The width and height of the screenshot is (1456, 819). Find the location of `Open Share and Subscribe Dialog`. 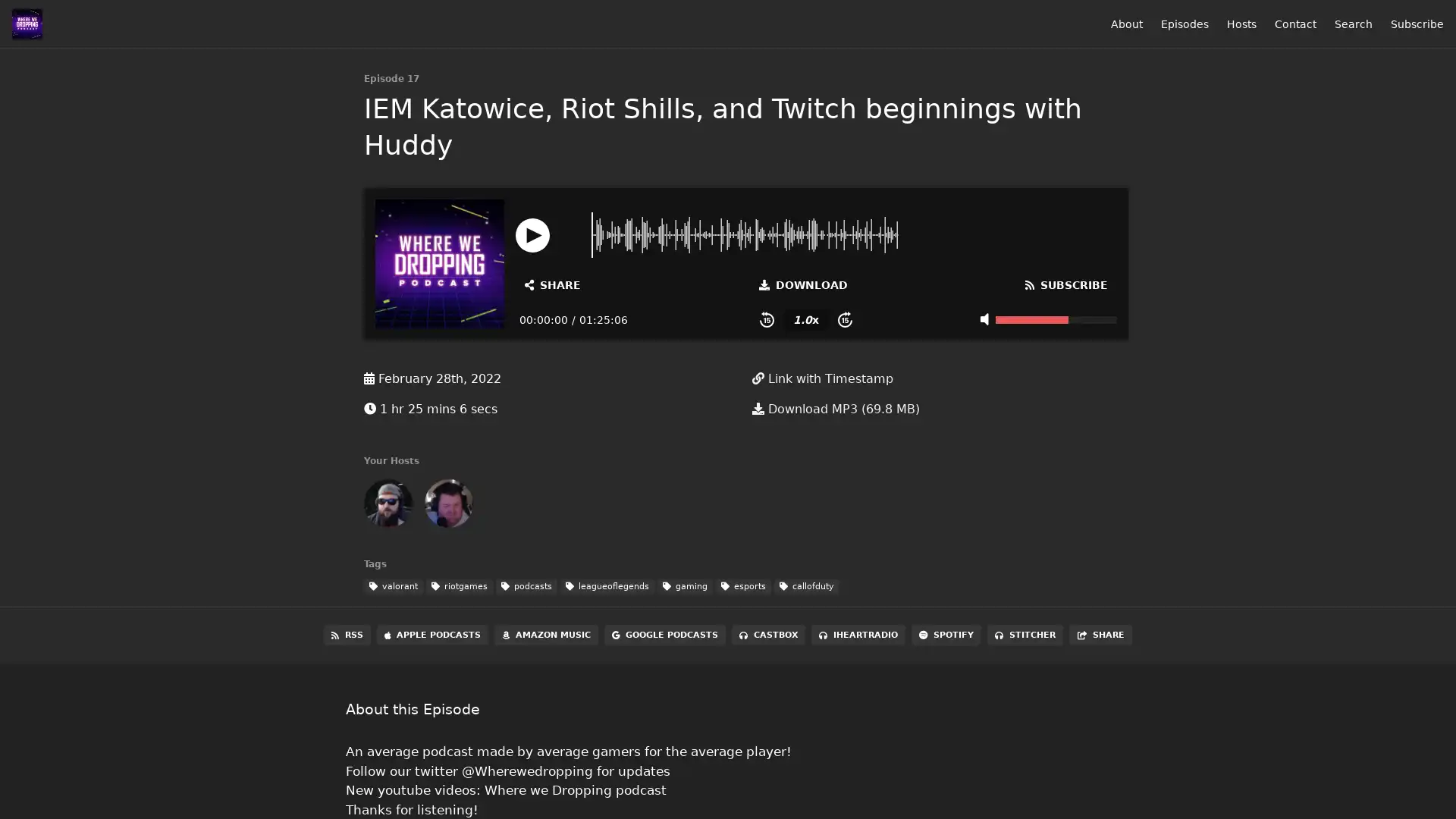

Open Share and Subscribe Dialog is located at coordinates (552, 284).